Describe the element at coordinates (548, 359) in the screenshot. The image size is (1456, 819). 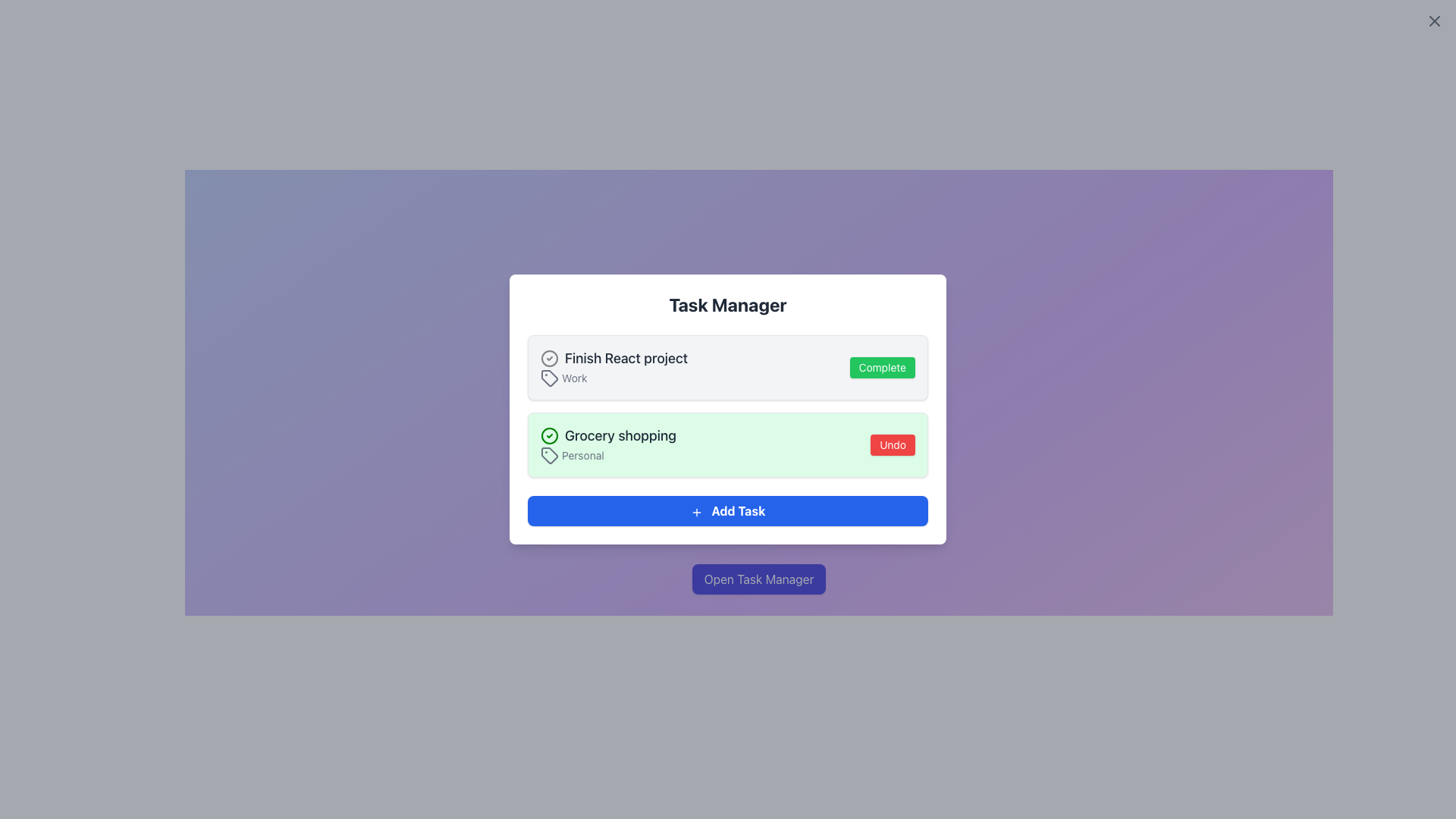
I see `the completion status by clicking on the circular gray check icon located to the left of the 'Finish React project' text in the task list` at that location.